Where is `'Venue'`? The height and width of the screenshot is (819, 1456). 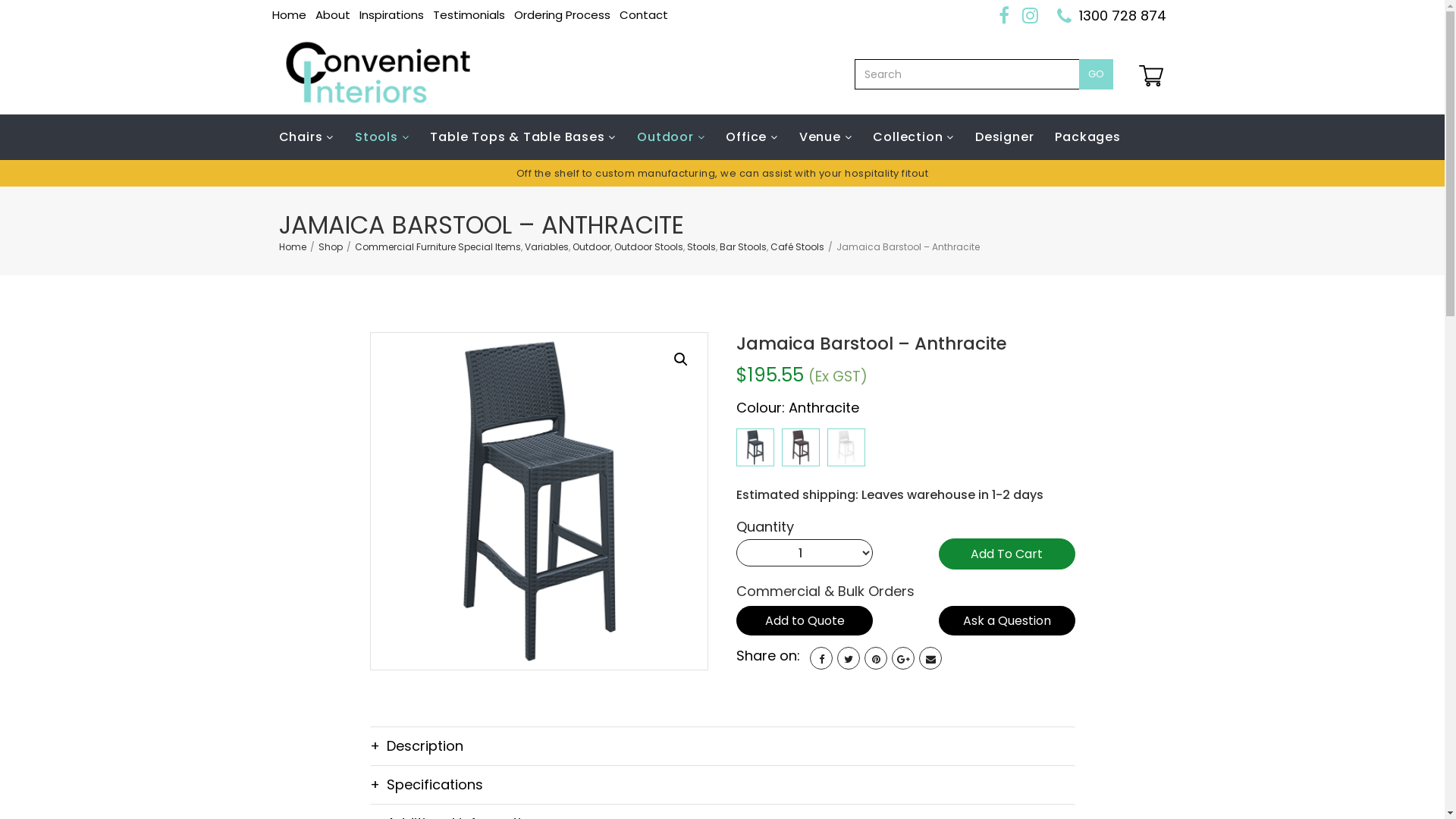
'Venue' is located at coordinates (825, 137).